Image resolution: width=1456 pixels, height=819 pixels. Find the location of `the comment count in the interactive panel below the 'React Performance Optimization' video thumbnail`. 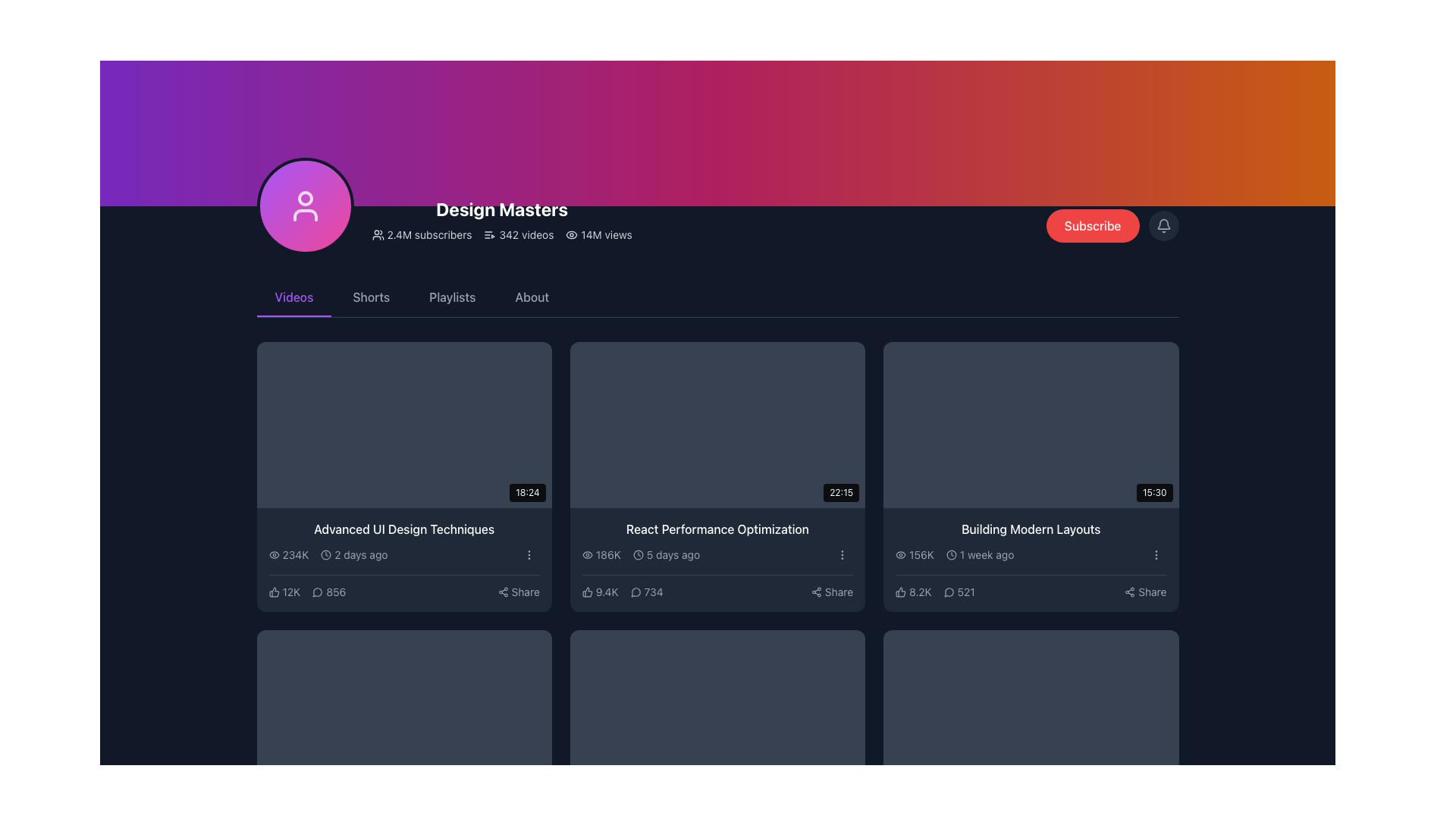

the comment count in the interactive panel below the 'React Performance Optimization' video thumbnail is located at coordinates (717, 586).